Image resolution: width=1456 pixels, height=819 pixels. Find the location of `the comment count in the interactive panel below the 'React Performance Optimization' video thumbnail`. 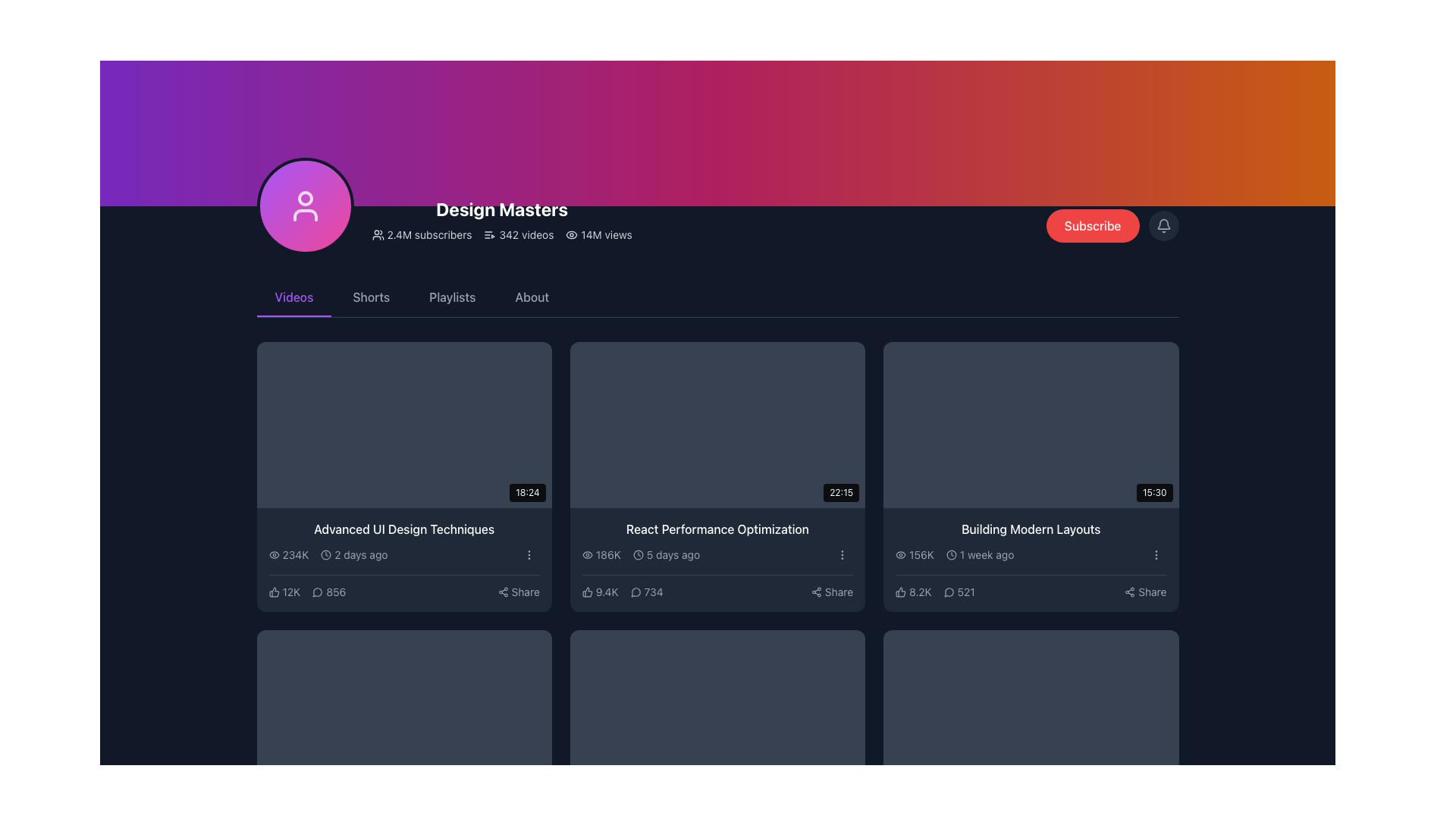

the comment count in the interactive panel below the 'React Performance Optimization' video thumbnail is located at coordinates (717, 586).